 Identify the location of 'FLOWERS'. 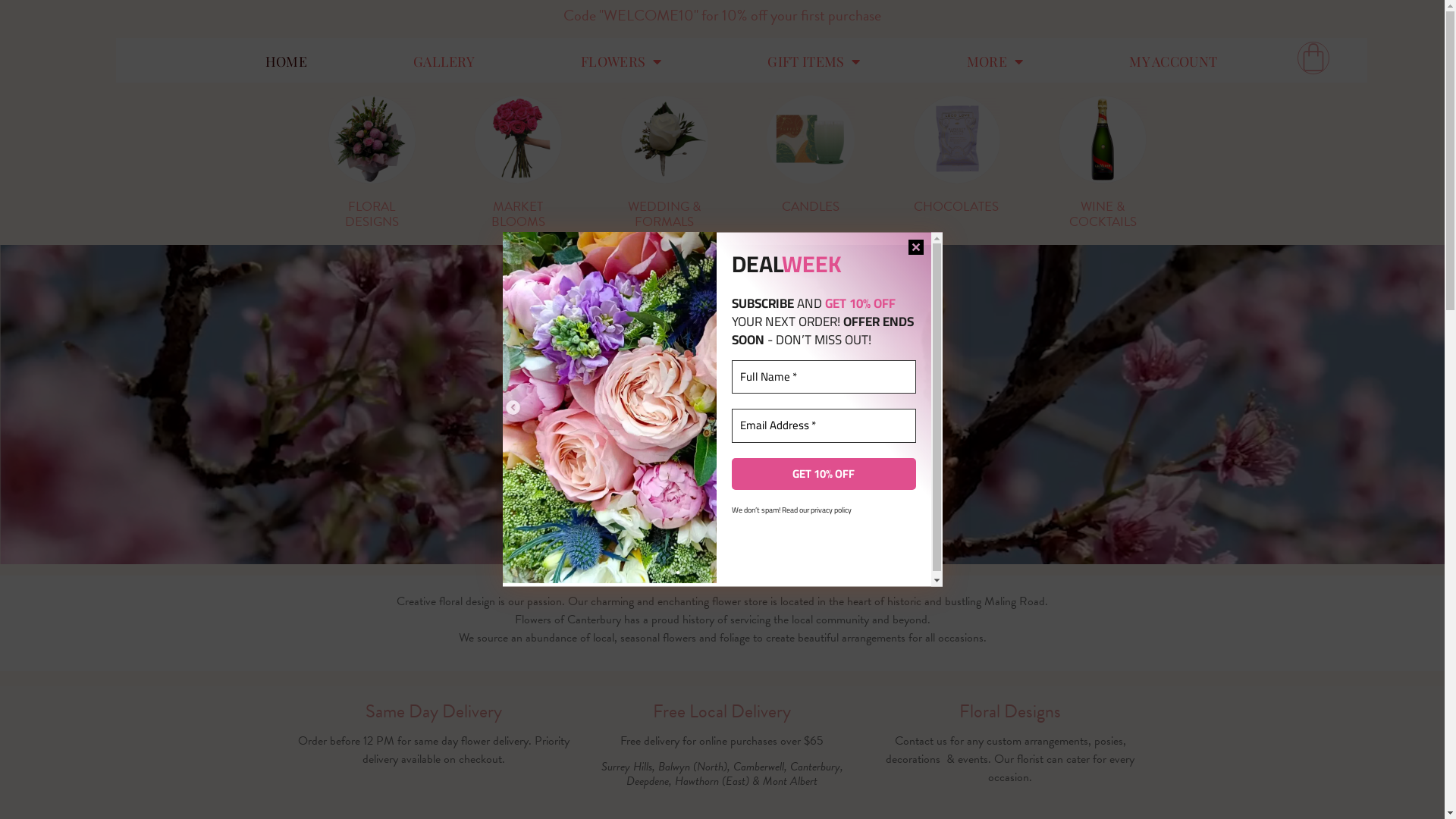
(621, 61).